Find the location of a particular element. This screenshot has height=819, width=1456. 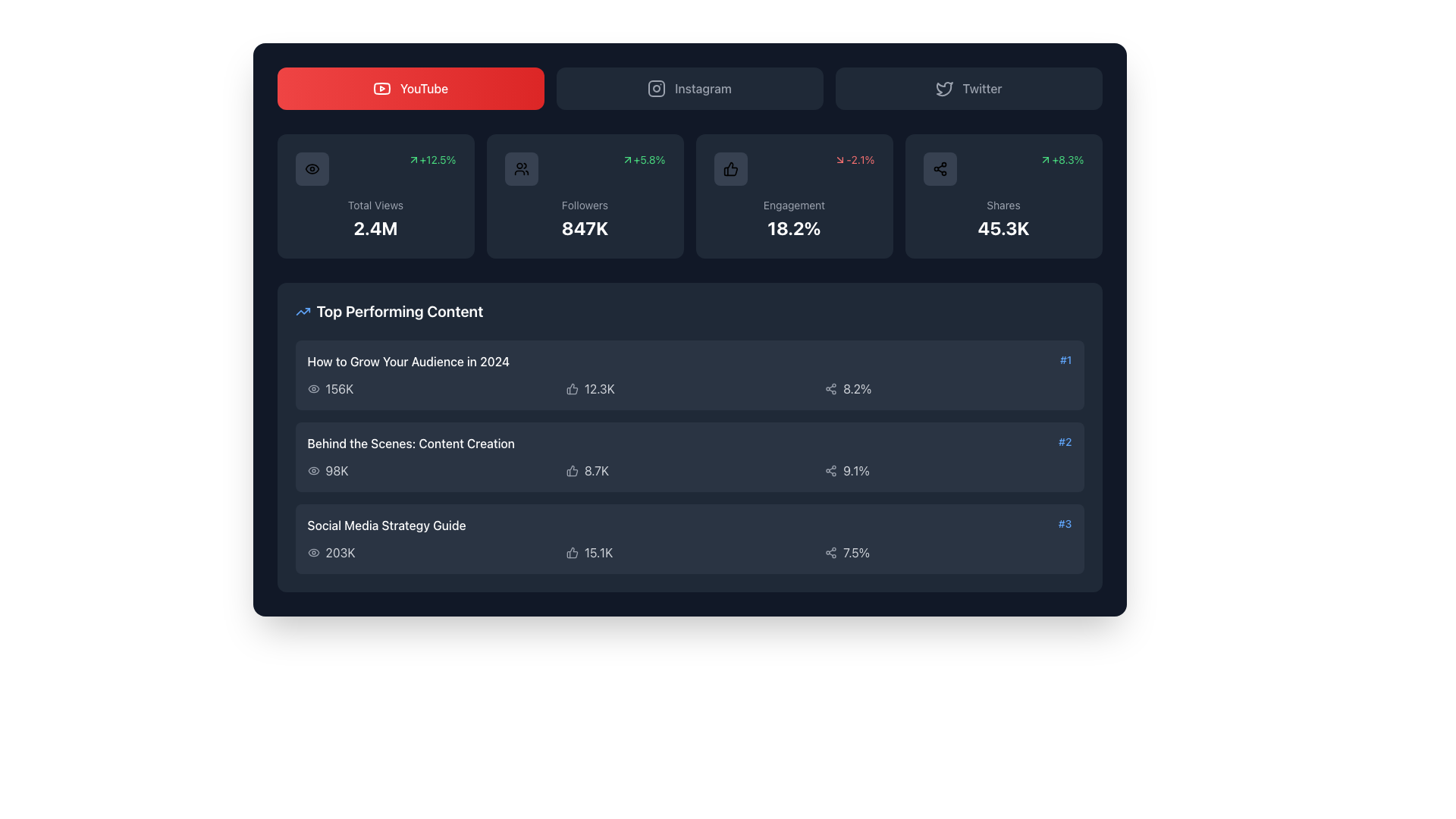

the 'thumbs-up' icon representing engagement or approval metrics located on the third row of the 'Top Performing Content' list is located at coordinates (571, 553).